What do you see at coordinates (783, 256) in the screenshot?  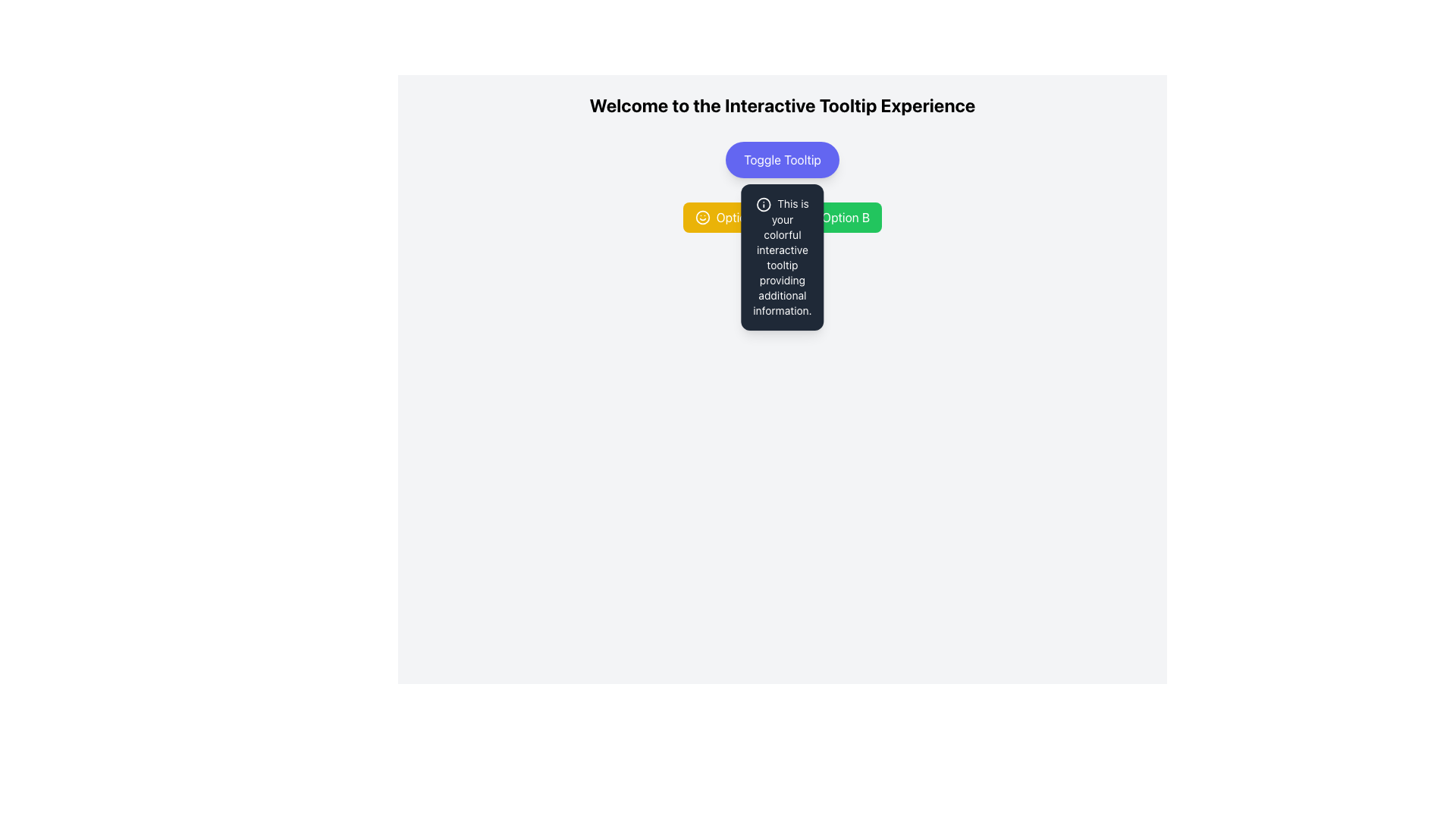 I see `the rectangular tooltip with a dark background and white text that appears below the 'Toggle Tooltip' button` at bounding box center [783, 256].